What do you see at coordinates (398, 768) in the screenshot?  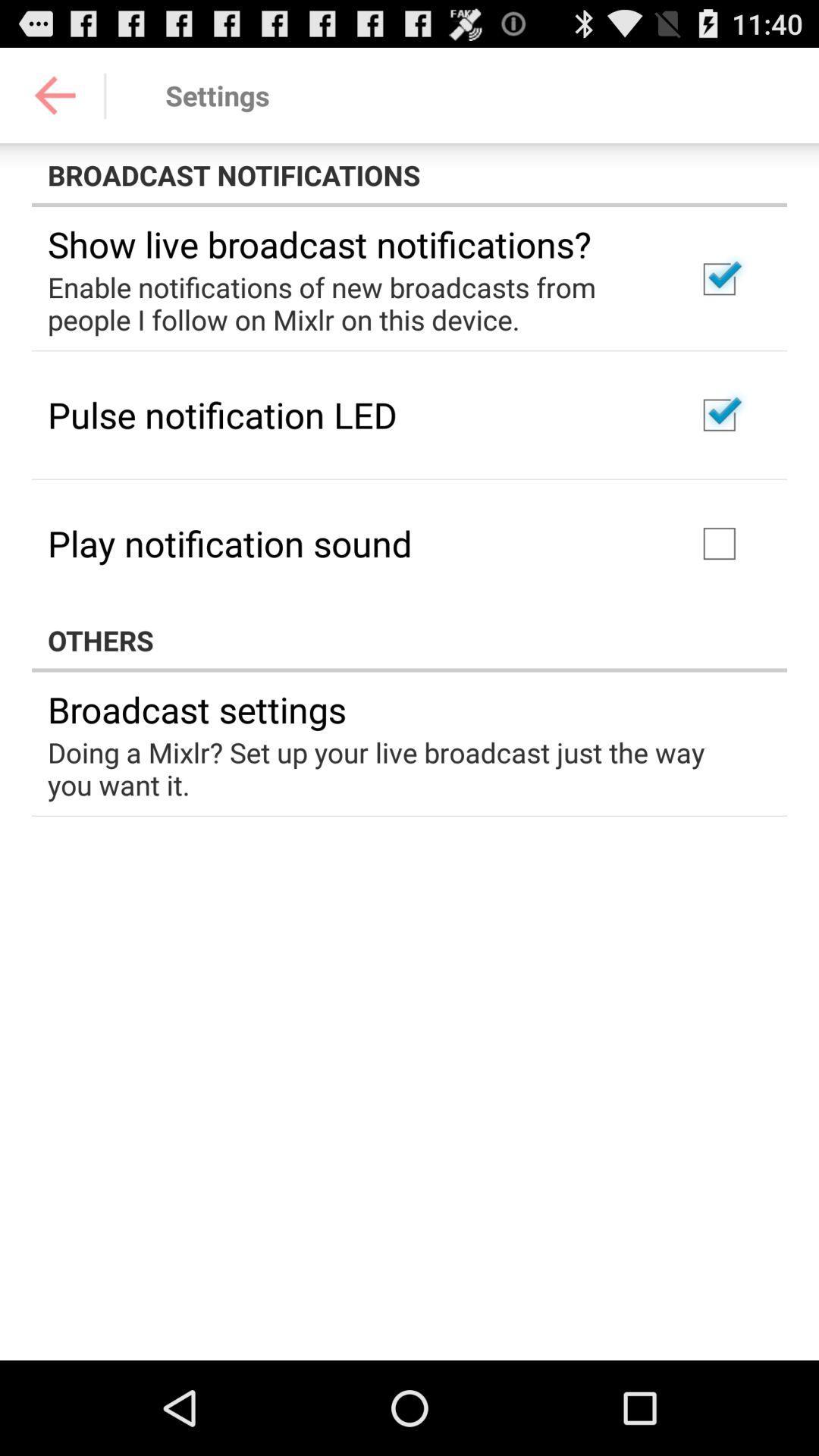 I see `doing a mixlr icon` at bounding box center [398, 768].